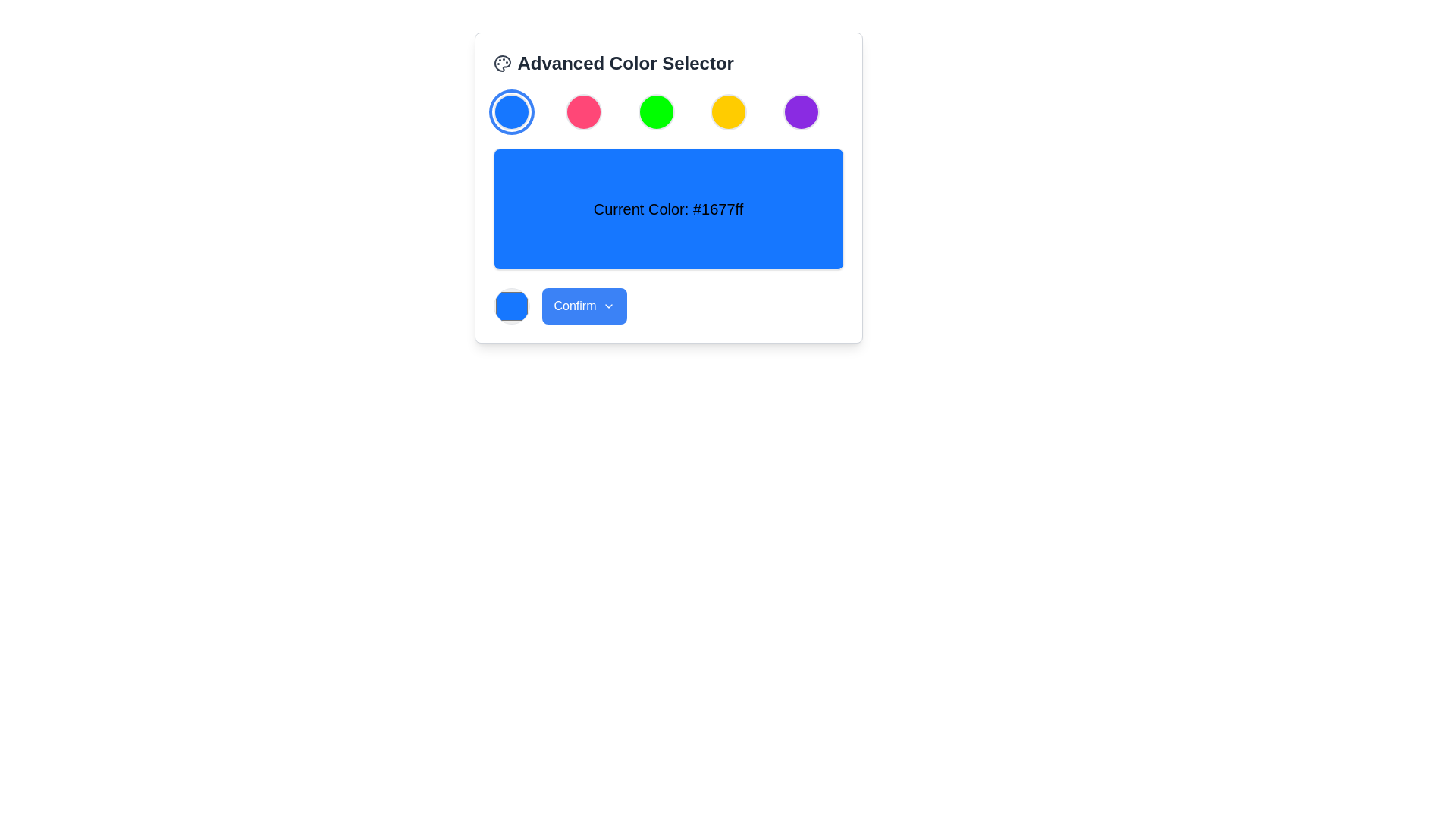 This screenshot has width=1456, height=819. What do you see at coordinates (574, 306) in the screenshot?
I see `the 'Confirm' text label within the blue rectangular button` at bounding box center [574, 306].